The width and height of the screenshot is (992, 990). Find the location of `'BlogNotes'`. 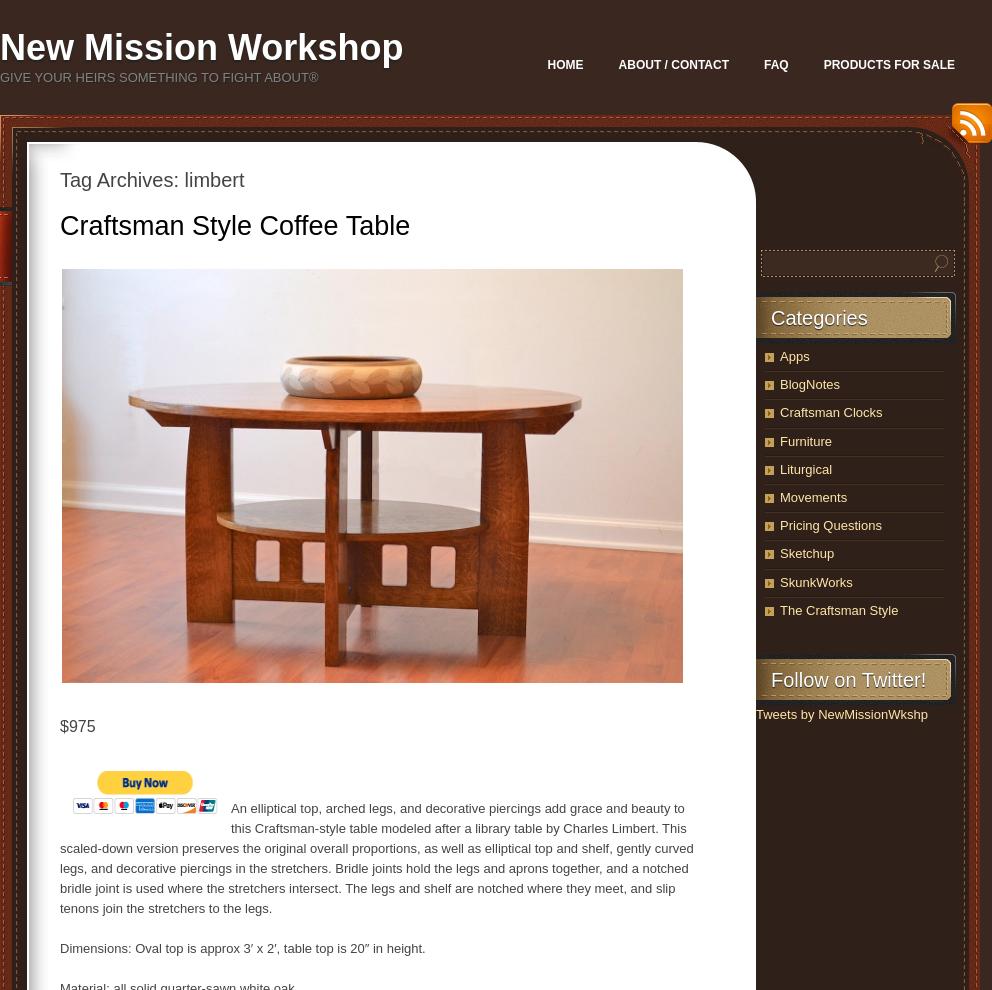

'BlogNotes' is located at coordinates (809, 384).